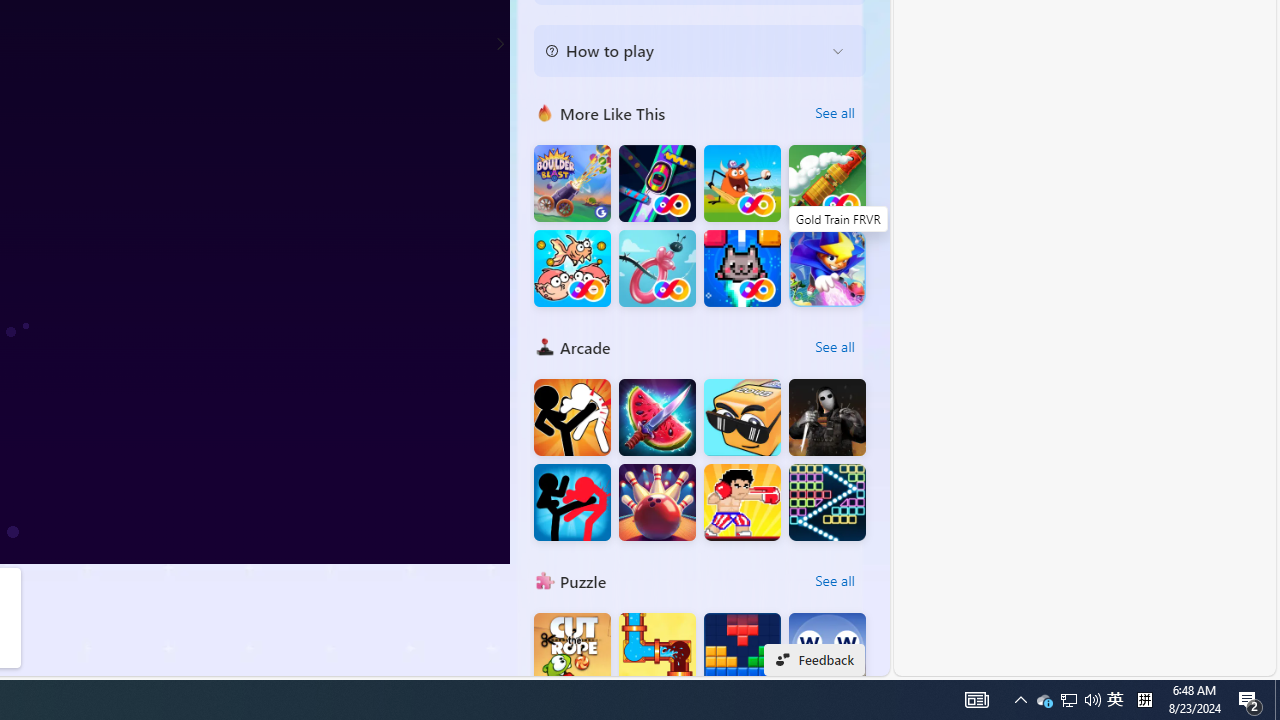 This screenshot has height=720, width=1280. Describe the element at coordinates (657, 501) in the screenshot. I see `'Super Bowling Mania'` at that location.